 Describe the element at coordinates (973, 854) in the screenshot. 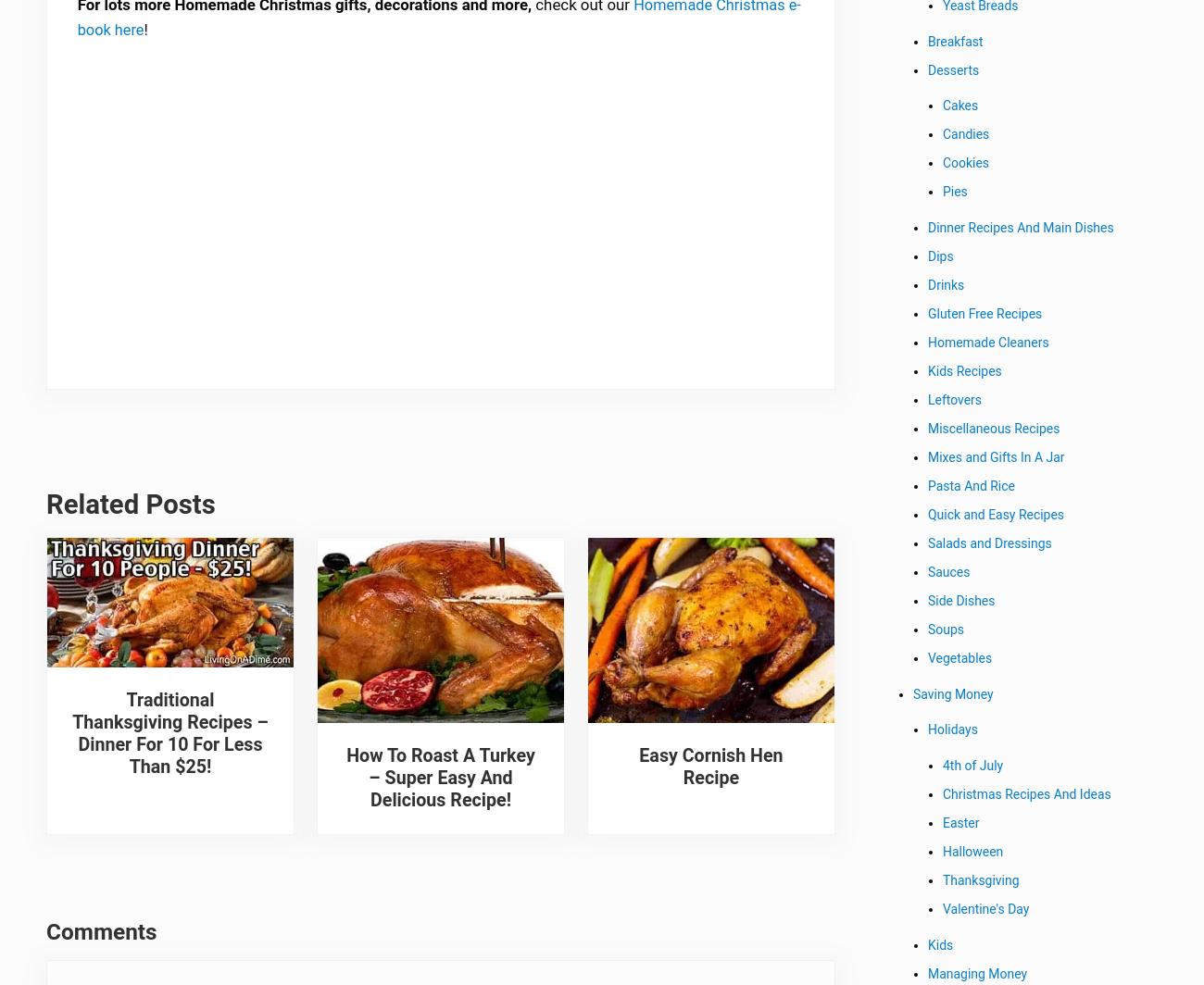

I see `'Halloween'` at that location.